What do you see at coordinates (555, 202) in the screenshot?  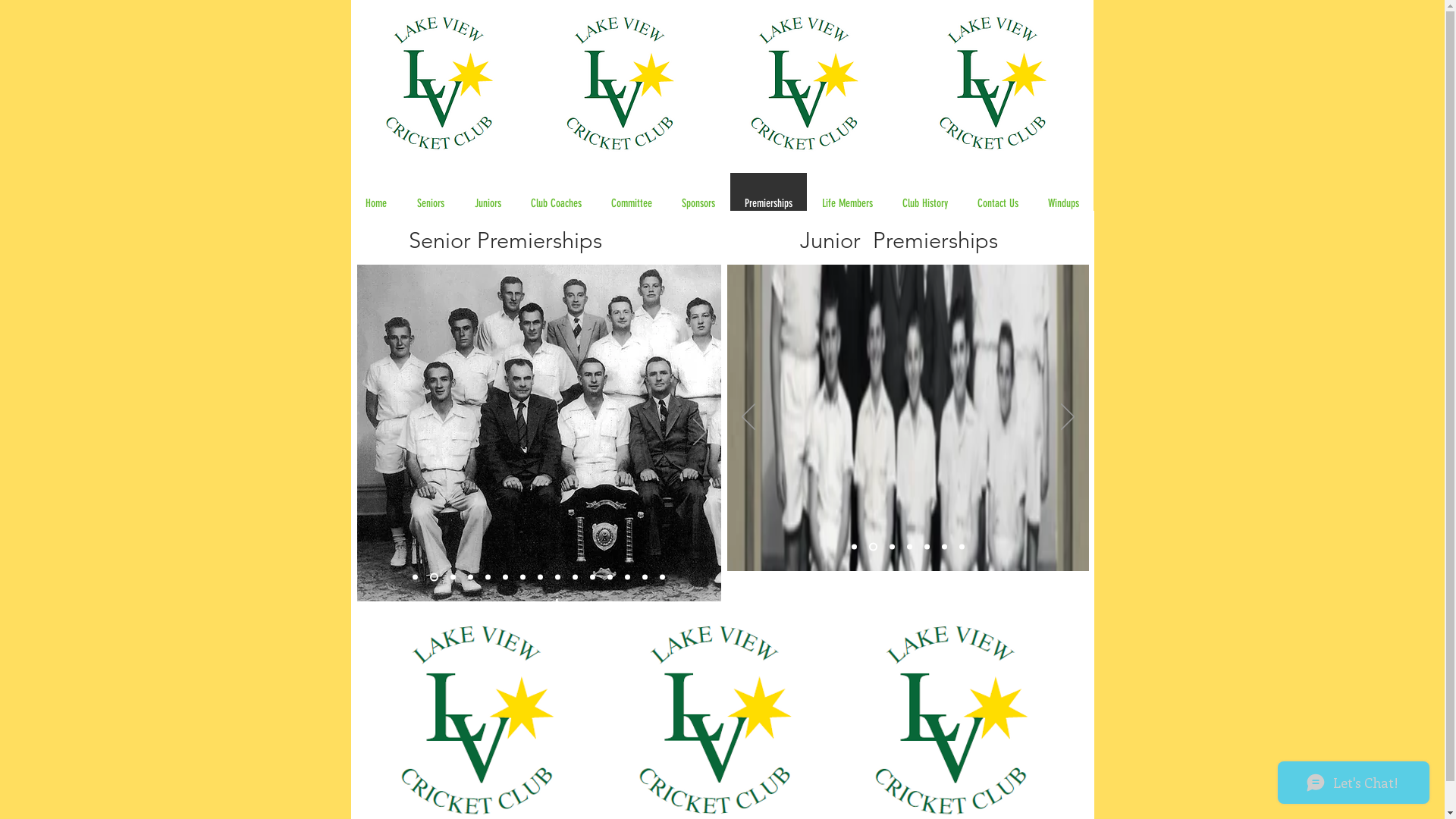 I see `'Club Coaches'` at bounding box center [555, 202].